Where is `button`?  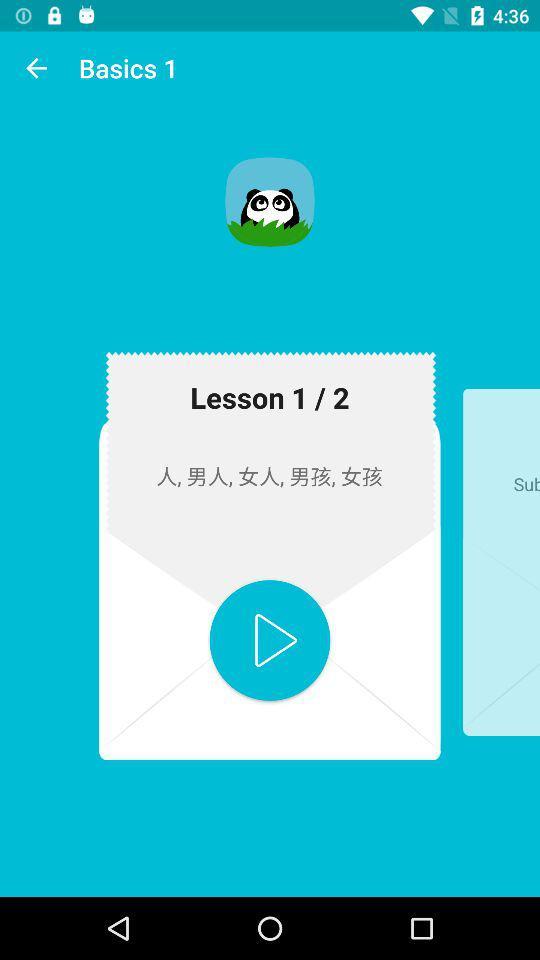 button is located at coordinates (270, 639).